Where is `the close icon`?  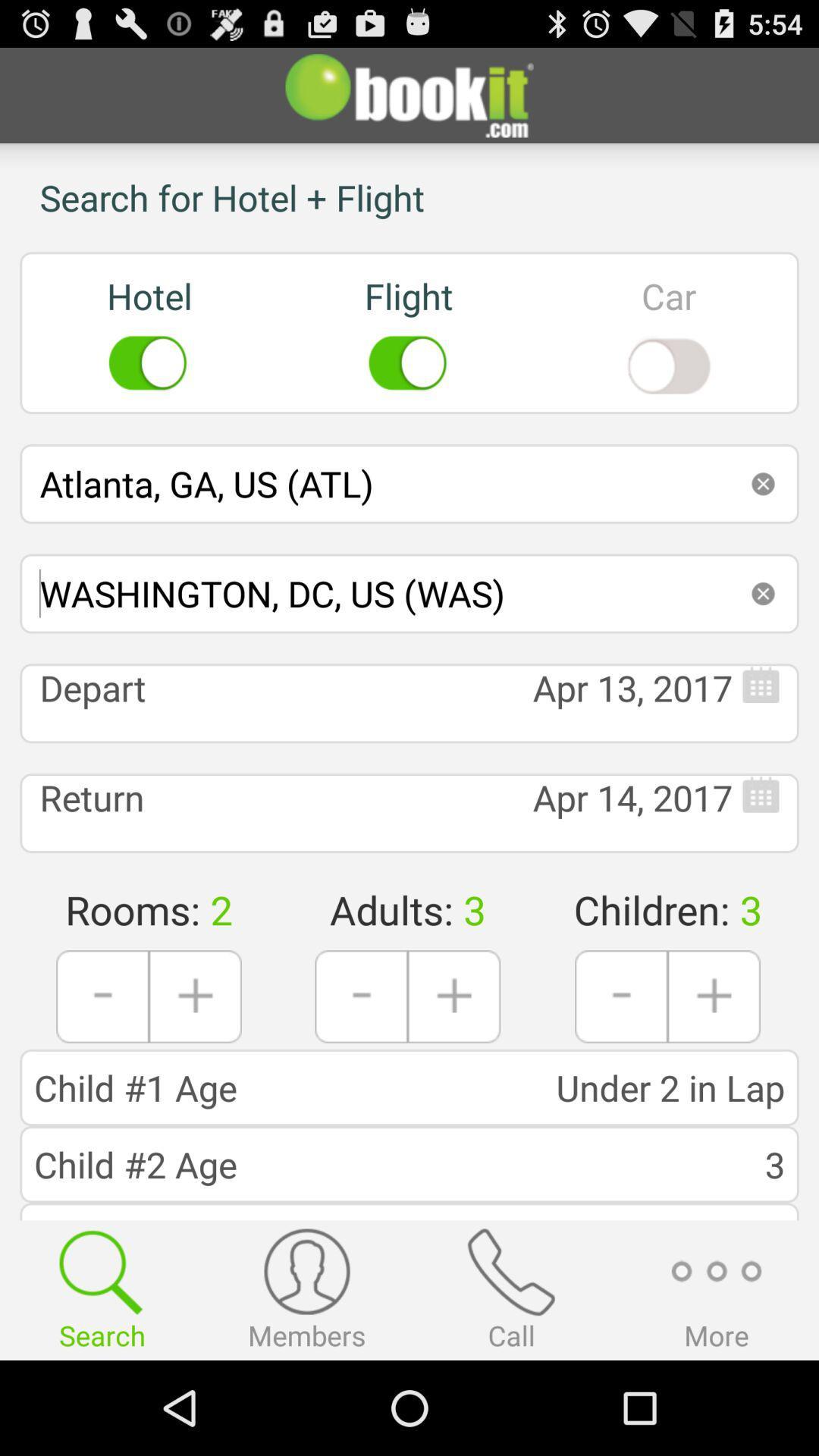
the close icon is located at coordinates (763, 635).